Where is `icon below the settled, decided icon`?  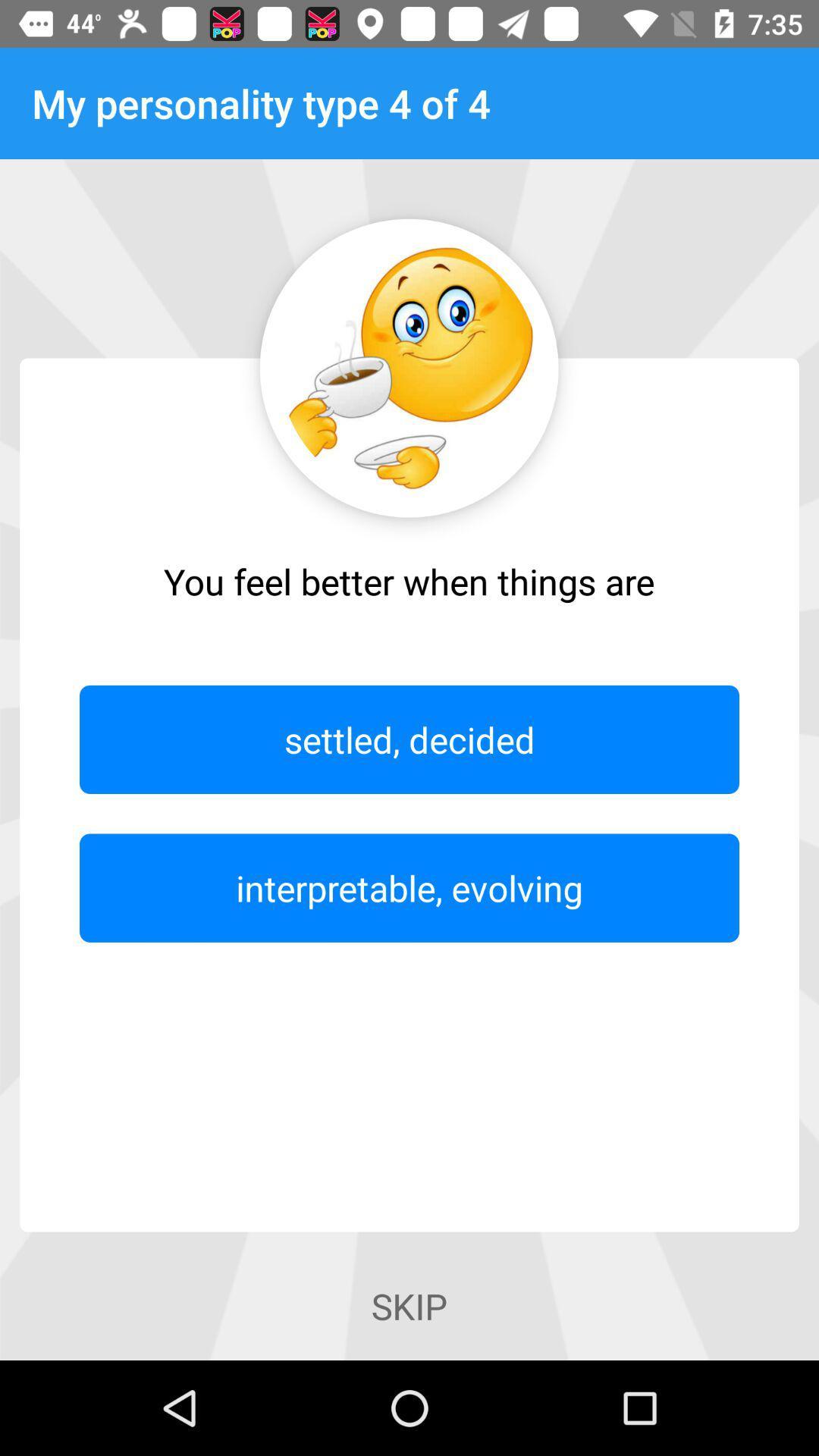
icon below the settled, decided icon is located at coordinates (409, 888).